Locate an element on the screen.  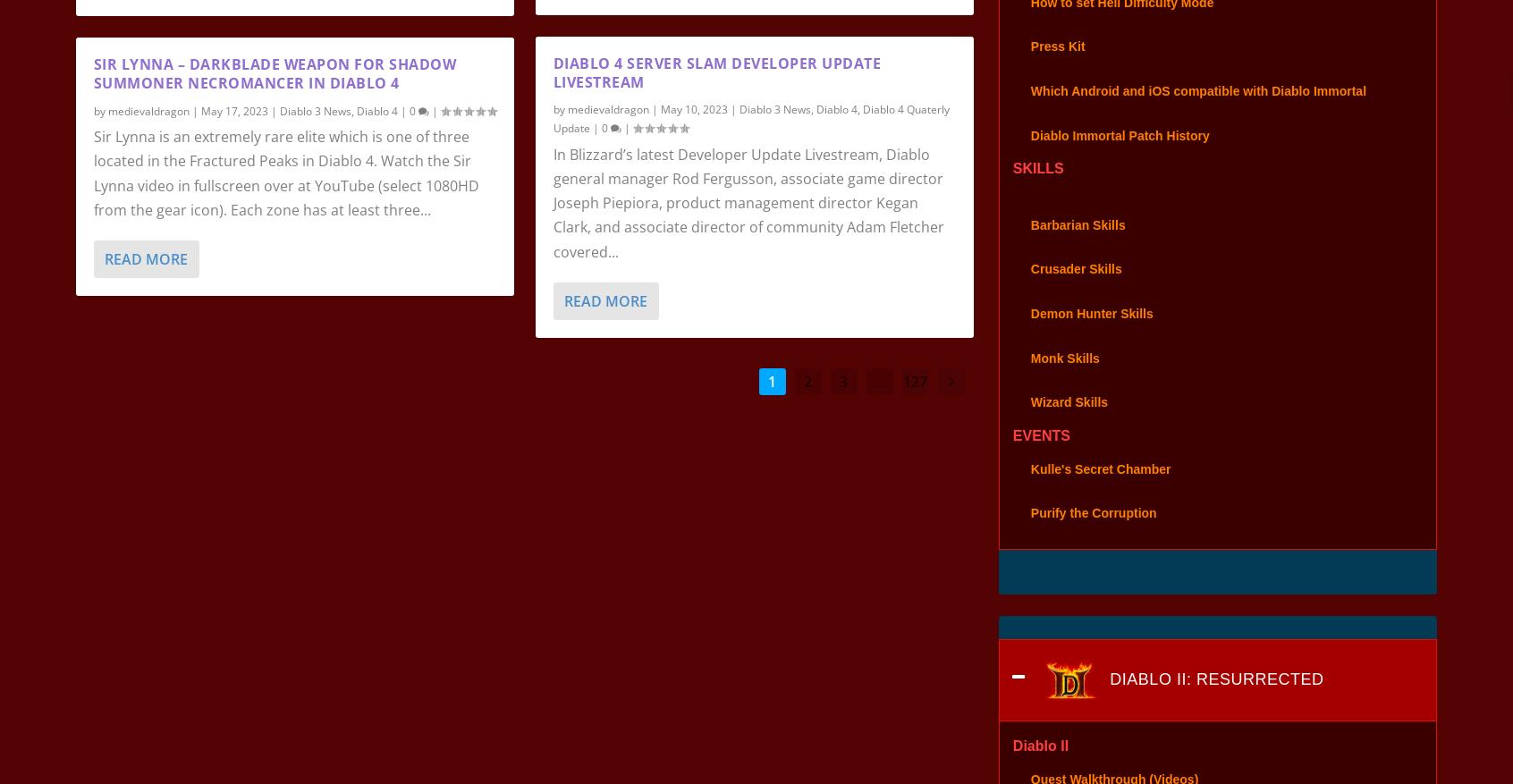
'2' is located at coordinates (807, 404).